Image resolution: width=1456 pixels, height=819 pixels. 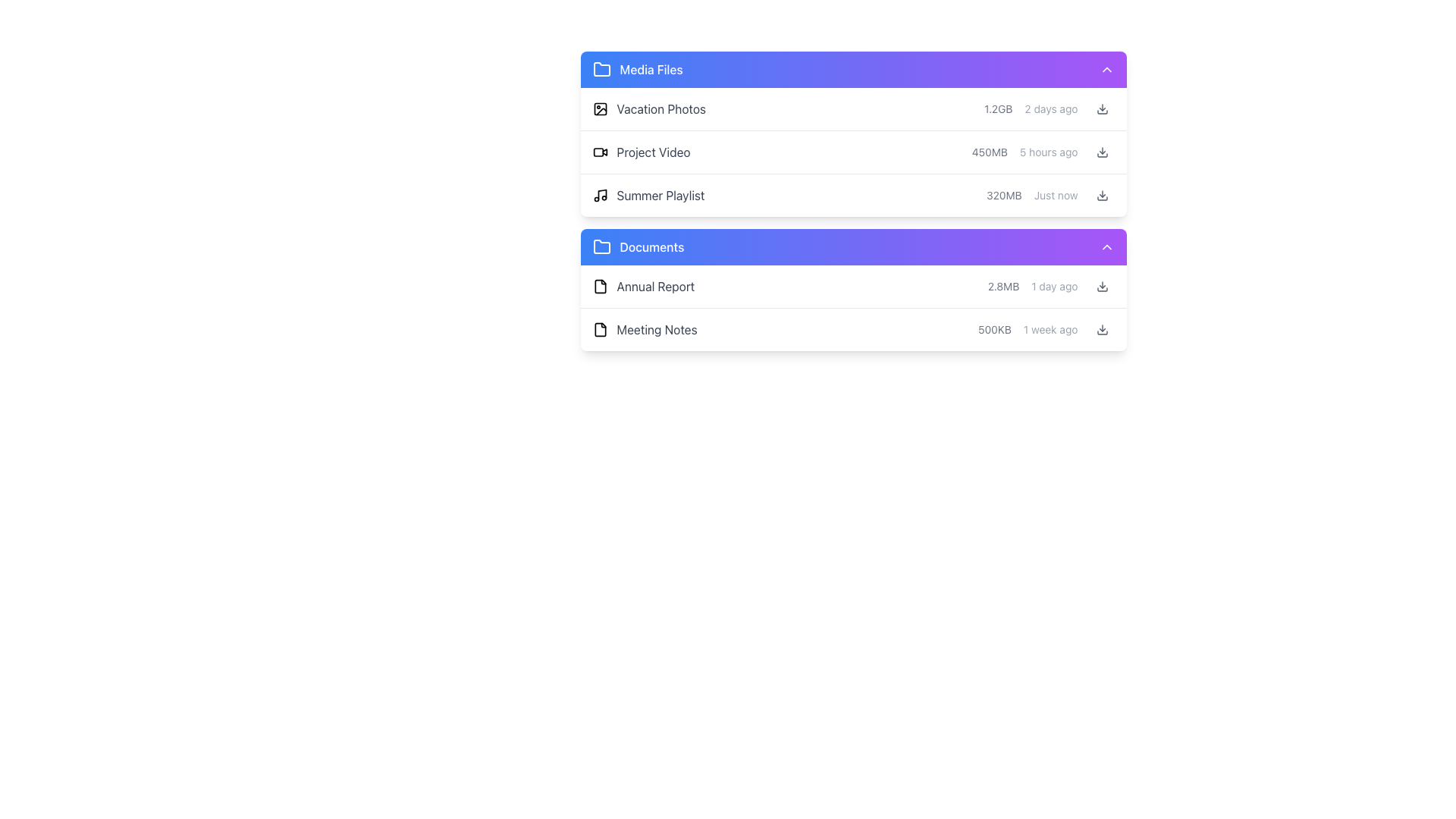 I want to click on the text display showing file metadata information for 'Summer Playlist', indicating the size '320MB' and time 'Just now', so click(x=1050, y=195).